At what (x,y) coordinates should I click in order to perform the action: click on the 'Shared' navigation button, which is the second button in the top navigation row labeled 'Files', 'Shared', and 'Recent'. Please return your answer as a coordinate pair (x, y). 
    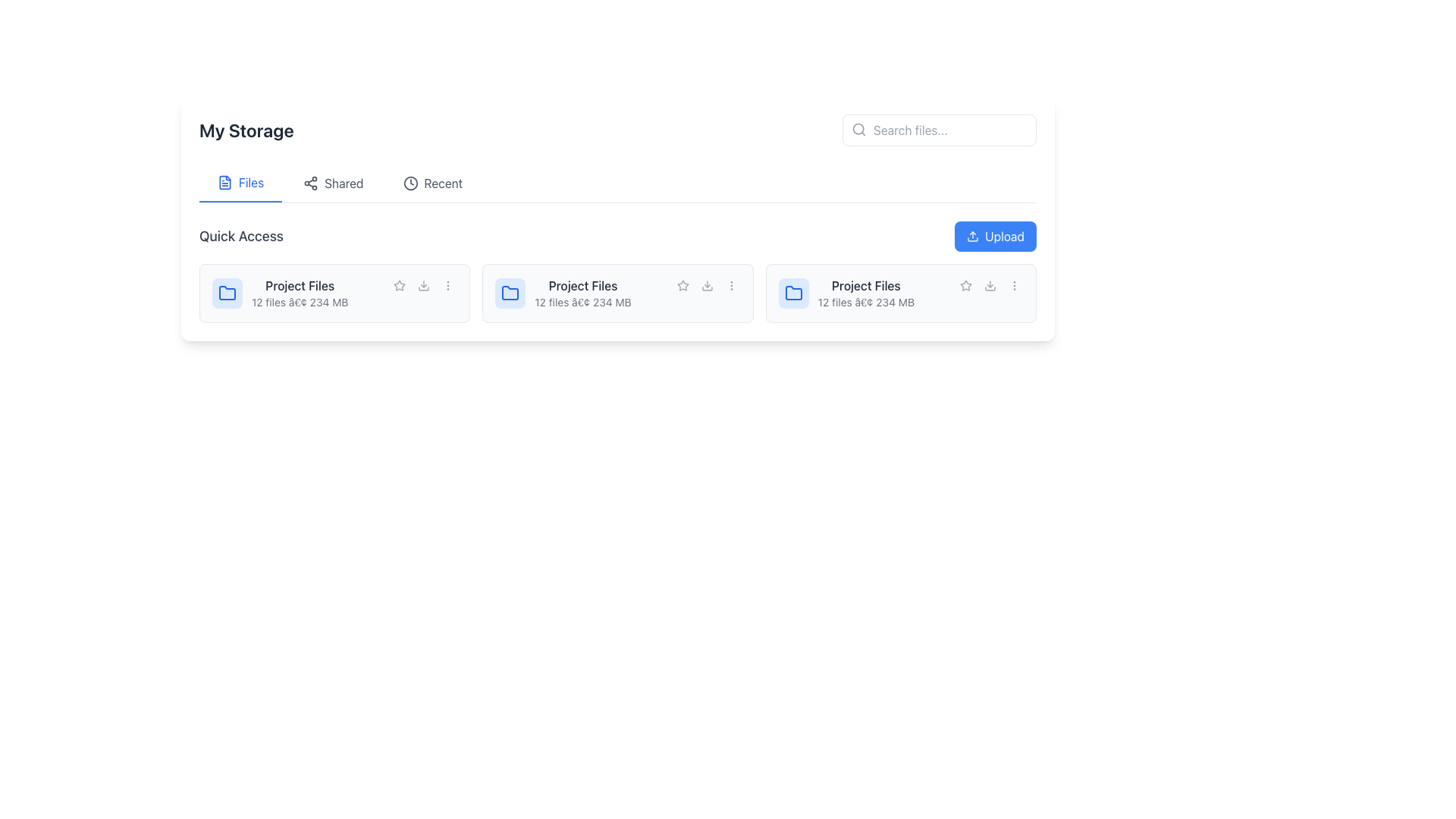
    Looking at the image, I should click on (332, 183).